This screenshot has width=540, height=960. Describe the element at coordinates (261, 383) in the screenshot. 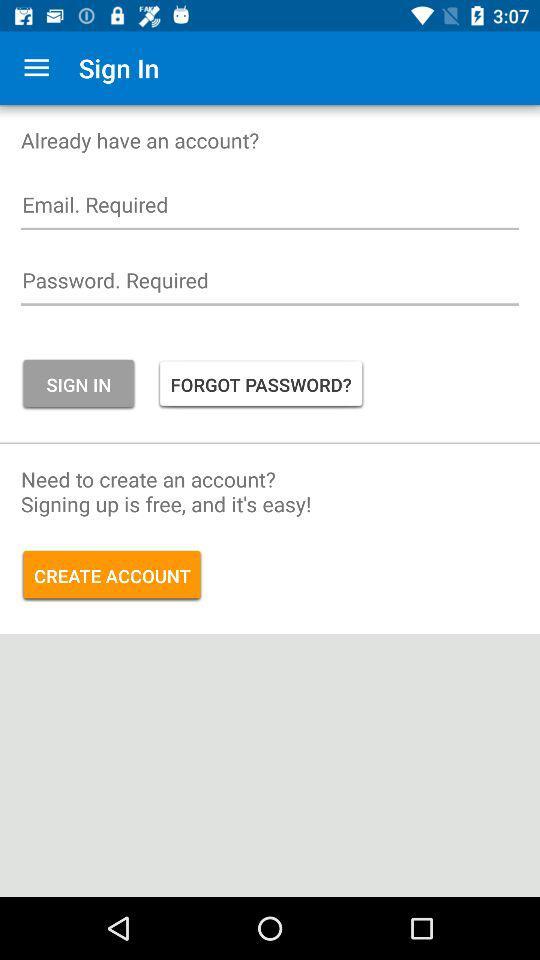

I see `forgot password? icon` at that location.